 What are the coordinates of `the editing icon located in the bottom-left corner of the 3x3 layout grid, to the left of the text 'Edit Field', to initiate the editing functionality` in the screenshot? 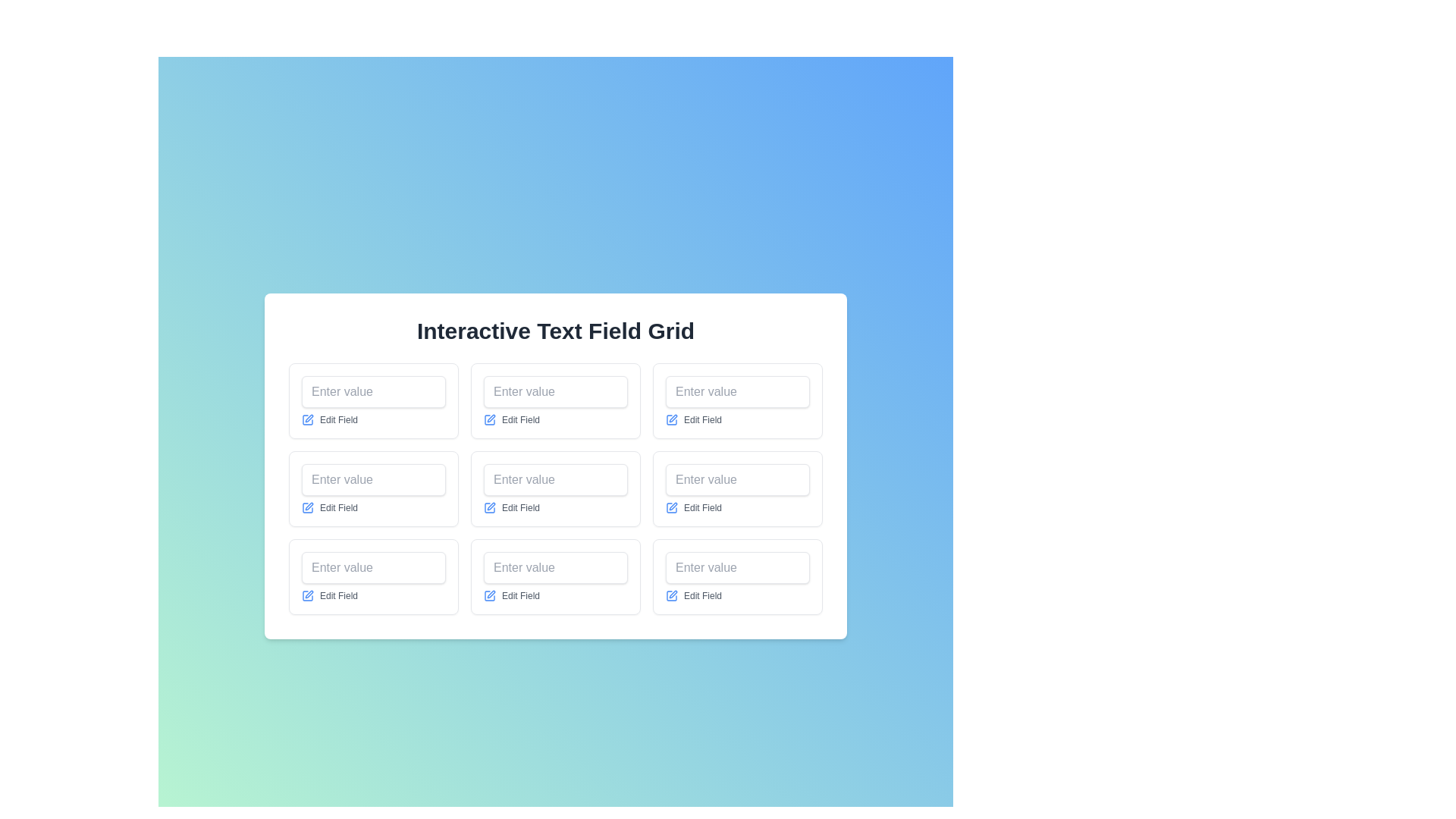 It's located at (307, 595).